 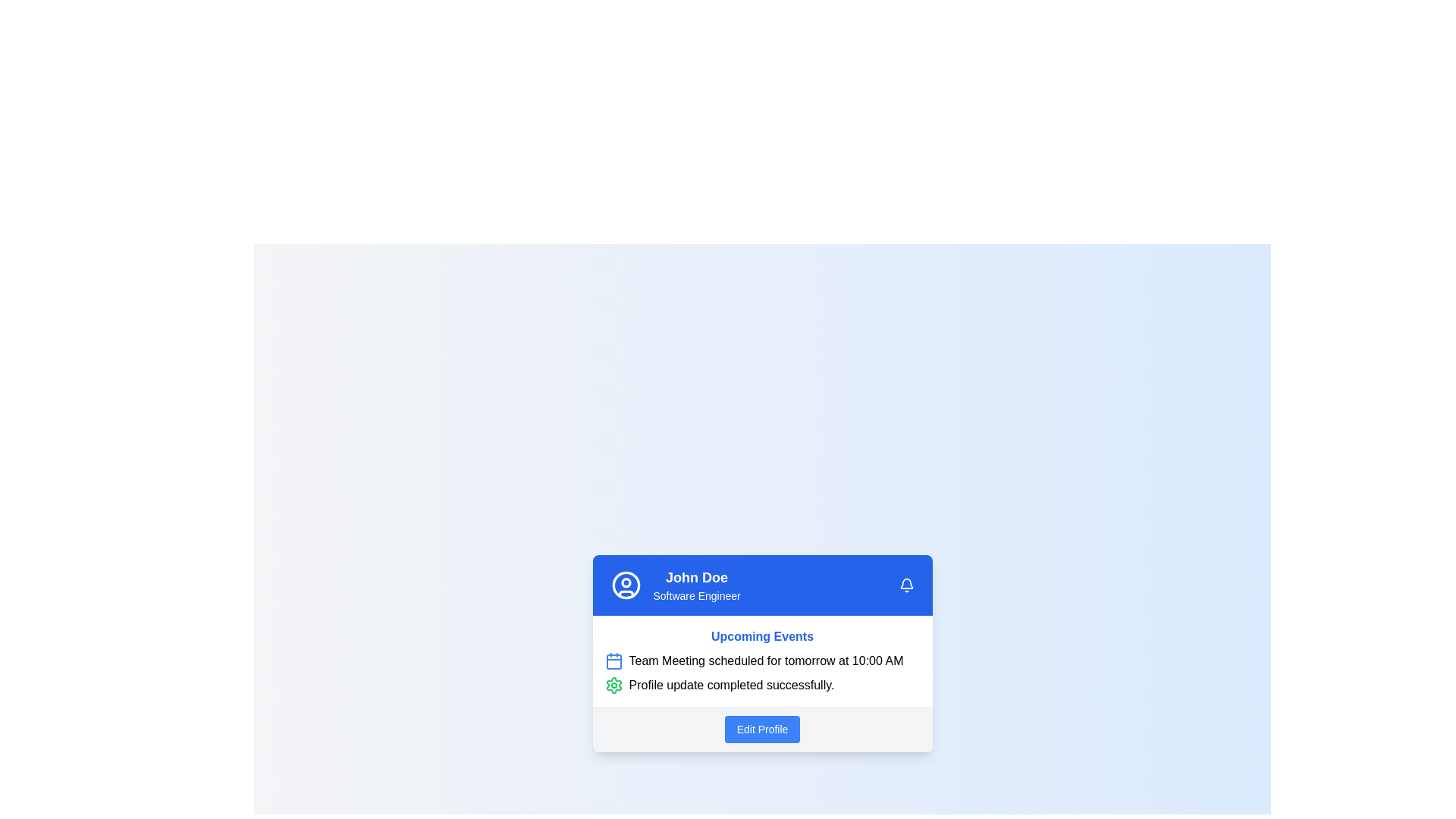 What do you see at coordinates (766, 660) in the screenshot?
I see `the text label displaying the upcoming event's description and timing, which is the first item in the 'Upcoming Events' section, aligned with a blue calendar icon to its left` at bounding box center [766, 660].